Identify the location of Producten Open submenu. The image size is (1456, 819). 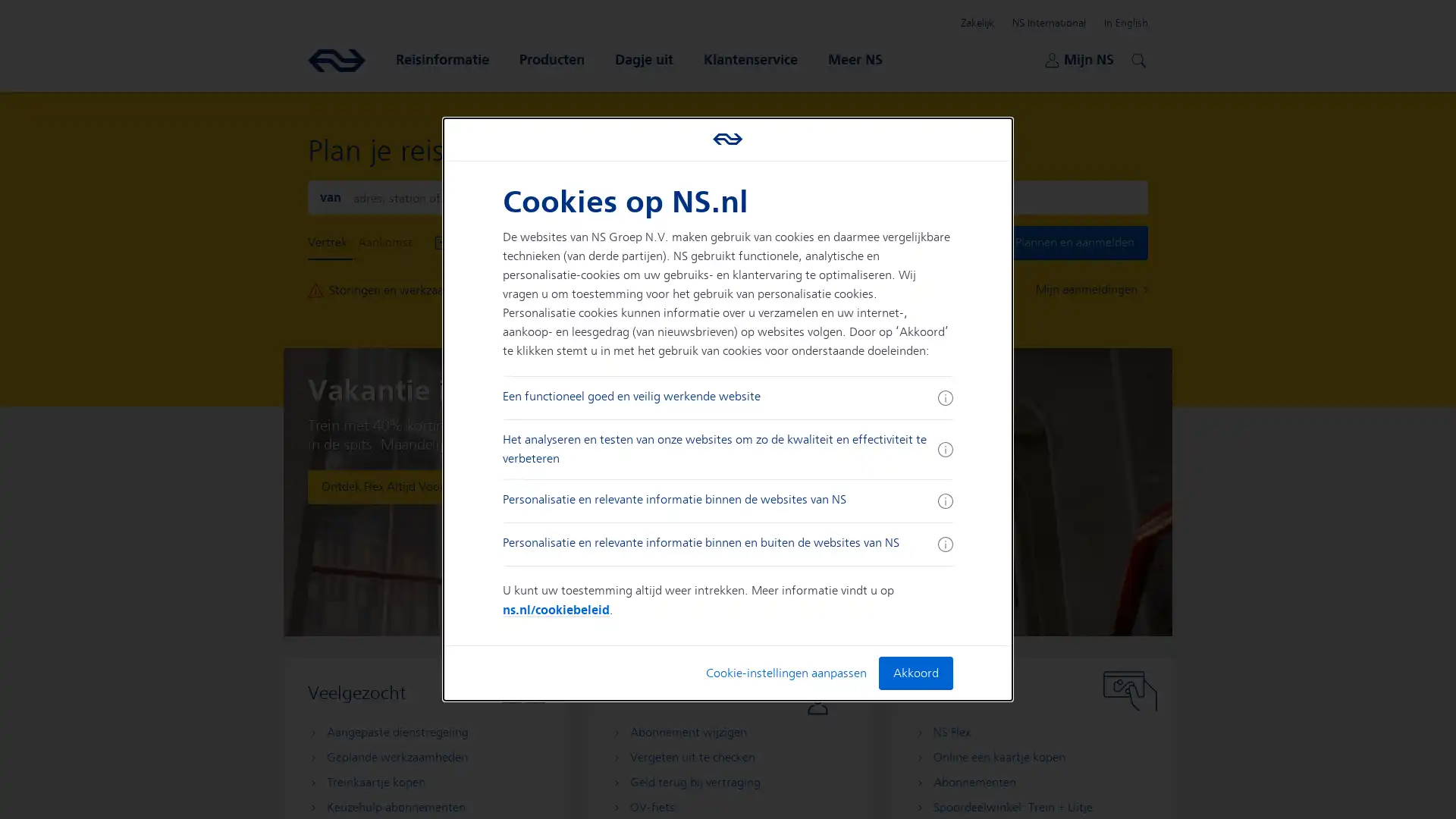
(551, 58).